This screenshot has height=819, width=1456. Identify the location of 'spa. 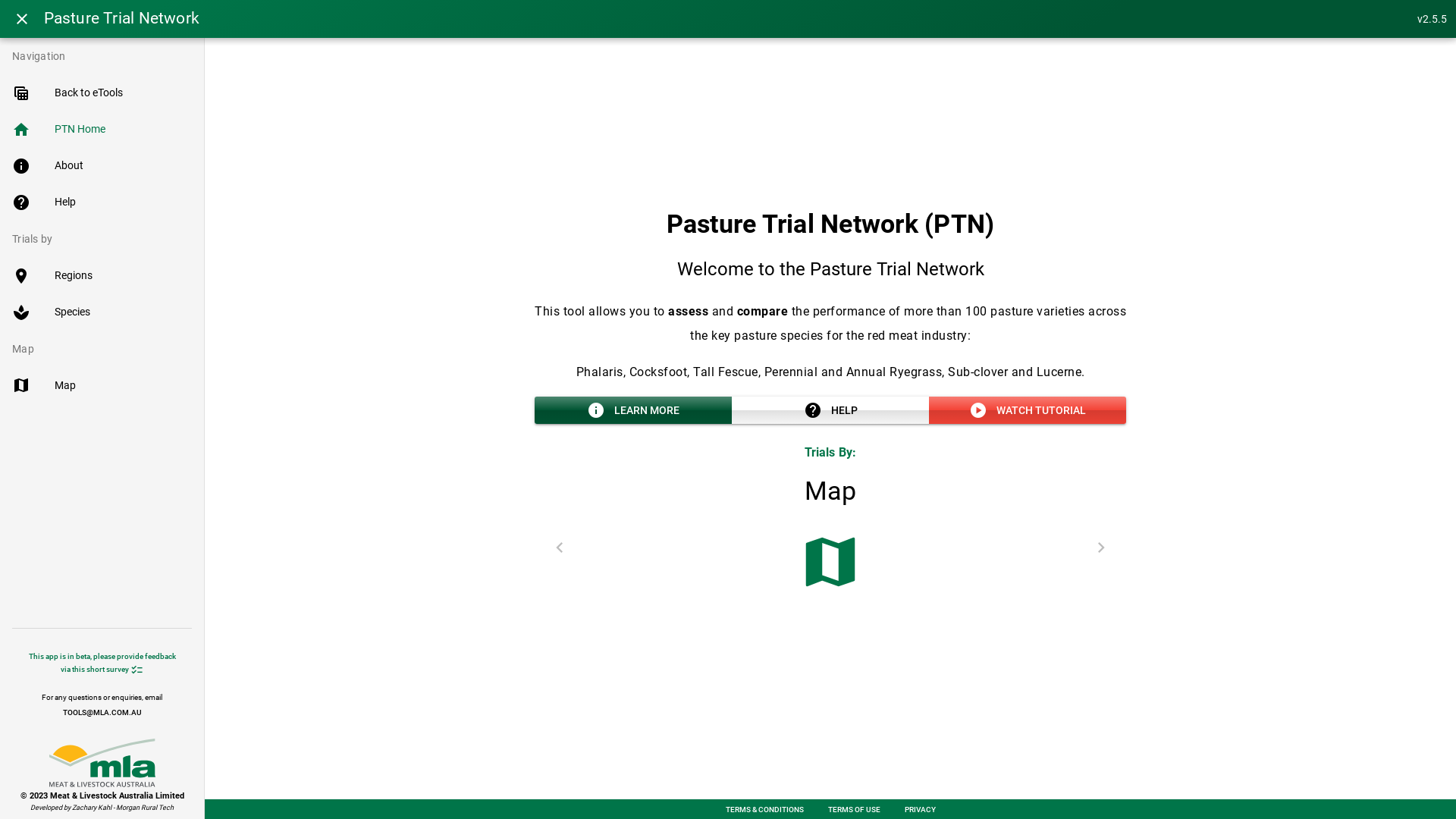
(101, 312).